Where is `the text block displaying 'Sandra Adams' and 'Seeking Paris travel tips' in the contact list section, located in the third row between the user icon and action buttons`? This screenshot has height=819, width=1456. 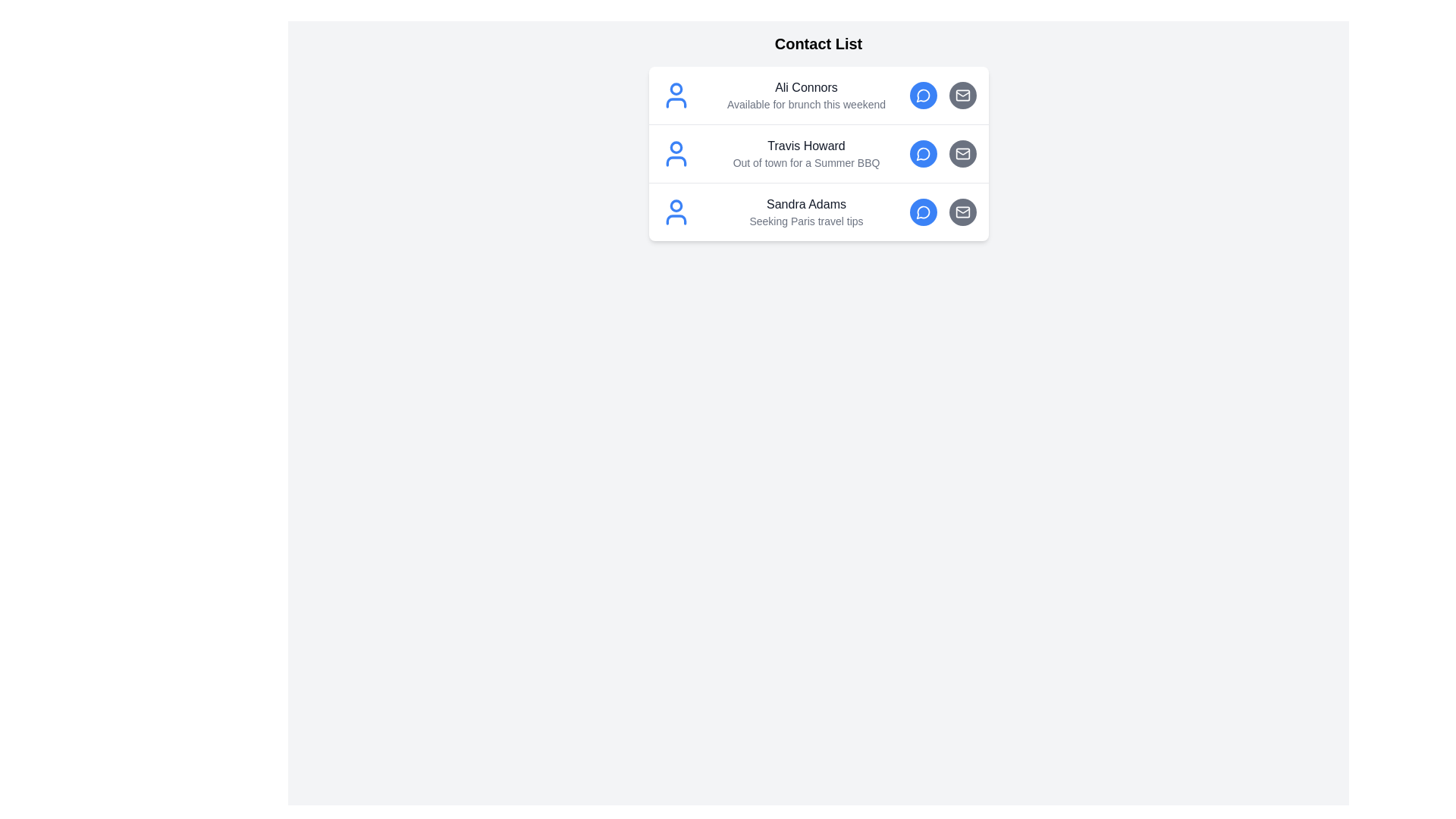 the text block displaying 'Sandra Adams' and 'Seeking Paris travel tips' in the contact list section, located in the third row between the user icon and action buttons is located at coordinates (805, 212).